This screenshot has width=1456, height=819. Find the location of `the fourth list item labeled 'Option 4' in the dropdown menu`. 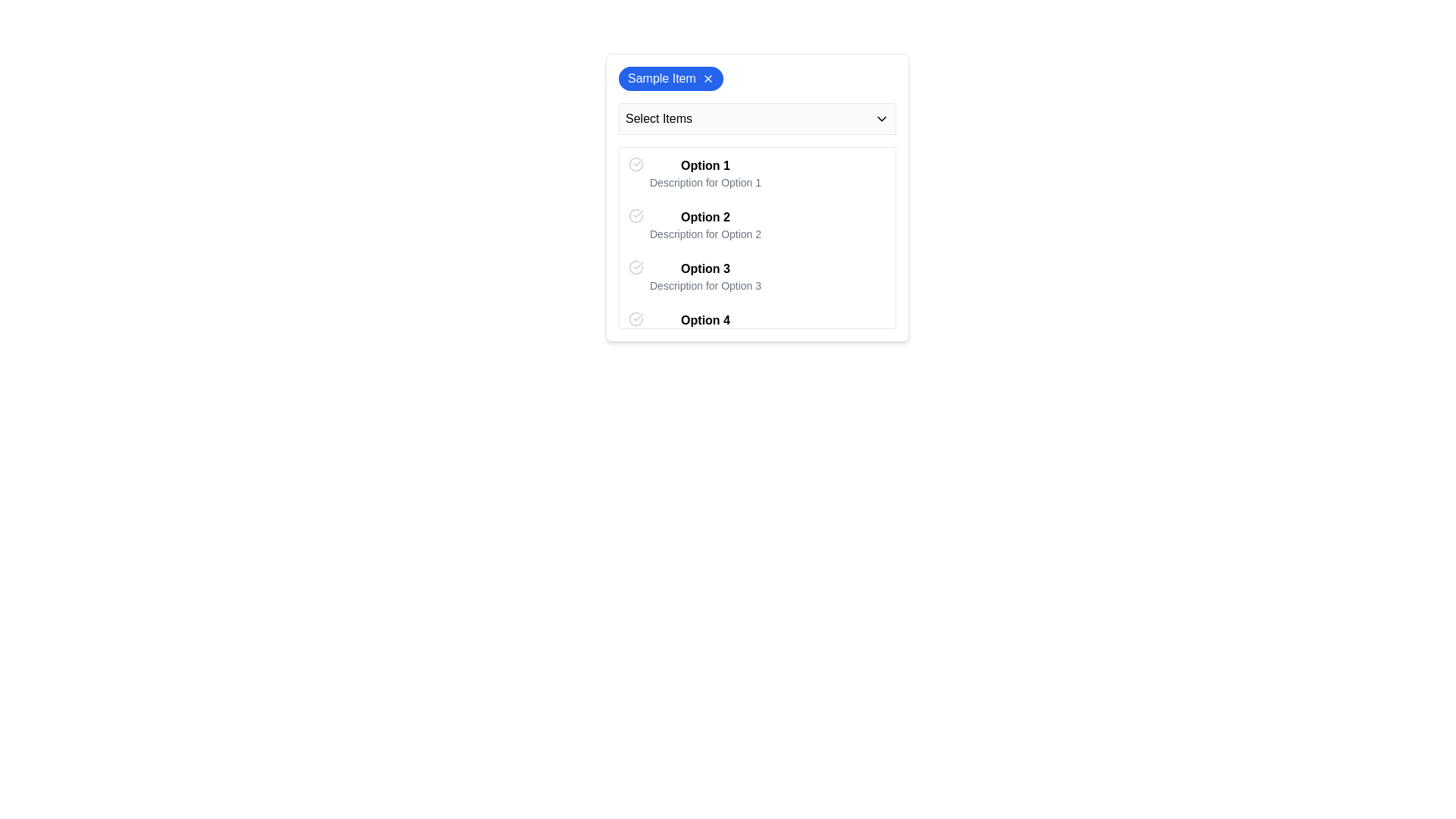

the fourth list item labeled 'Option 4' in the dropdown menu is located at coordinates (757, 327).